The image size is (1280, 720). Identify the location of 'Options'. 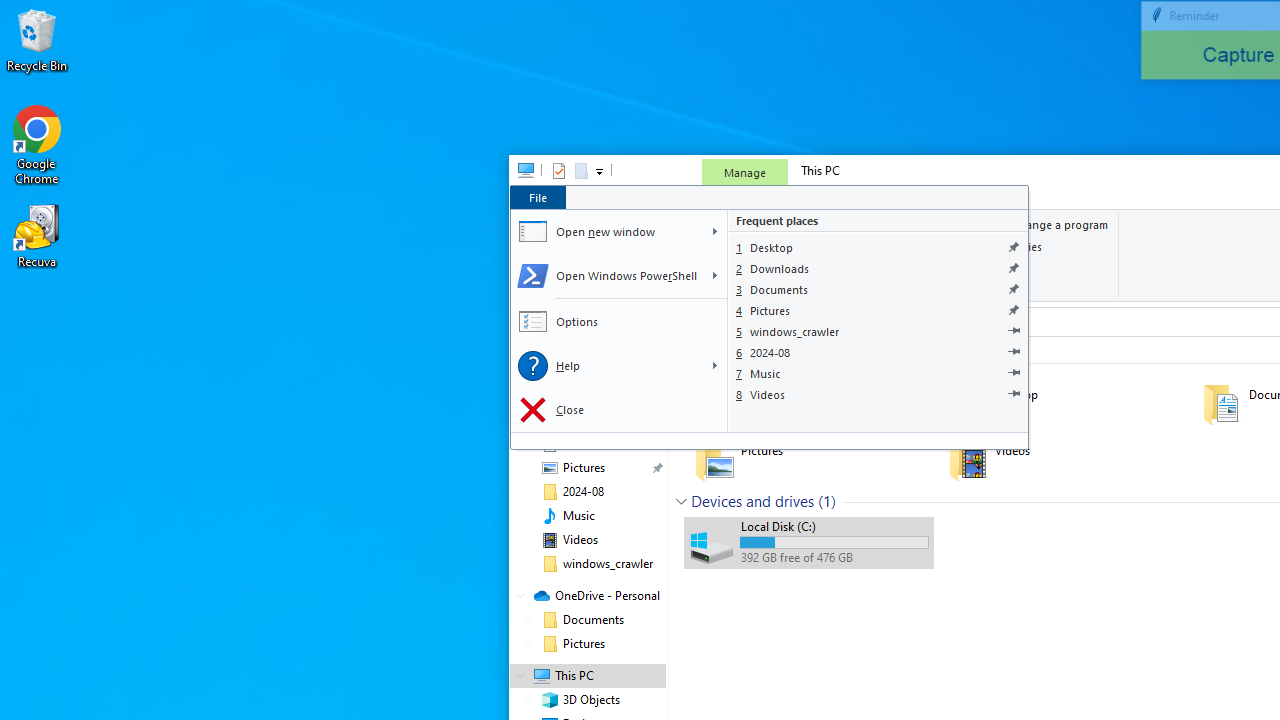
(617, 321).